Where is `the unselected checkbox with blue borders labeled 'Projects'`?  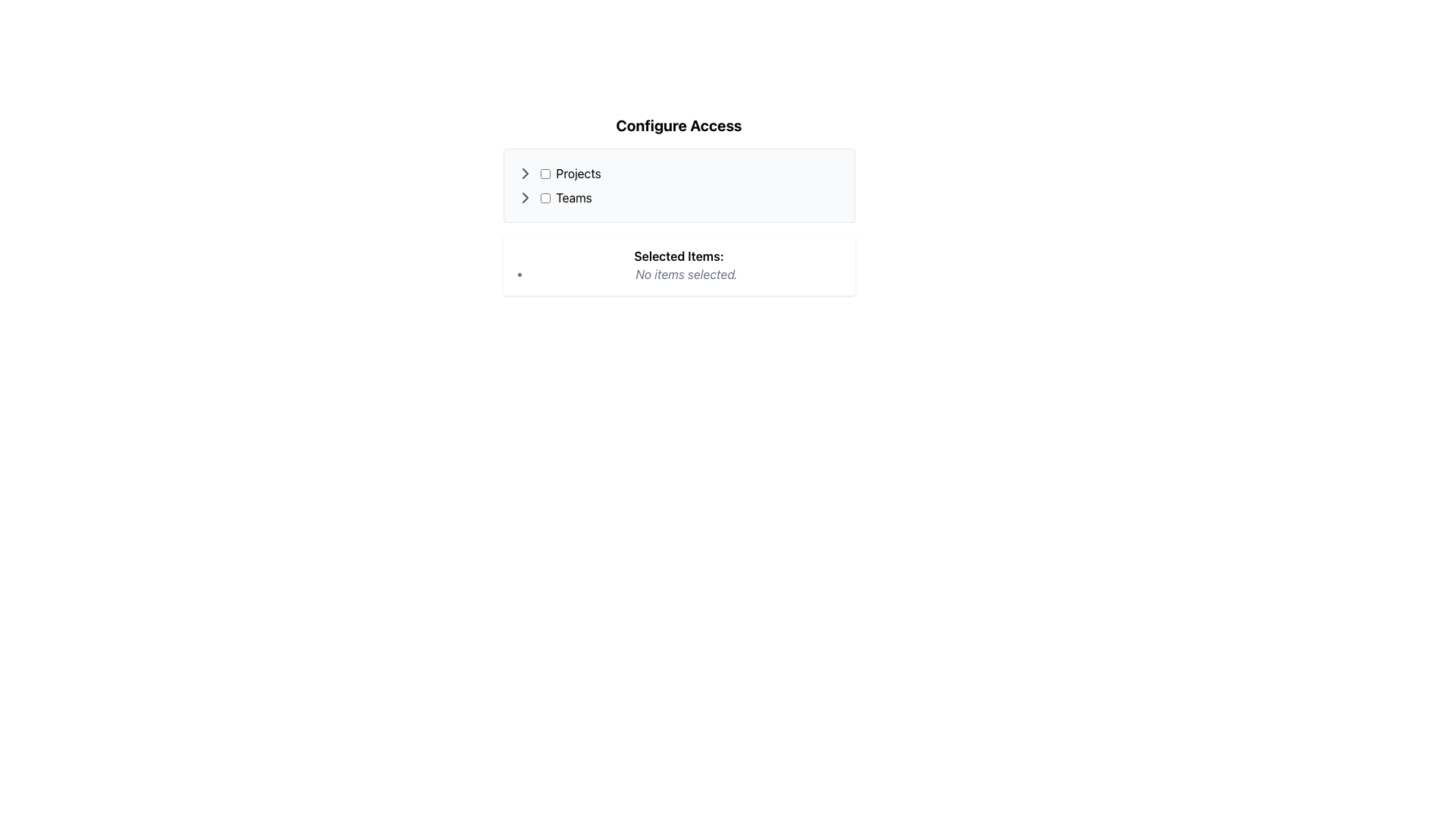
the unselected checkbox with blue borders labeled 'Projects' is located at coordinates (545, 172).